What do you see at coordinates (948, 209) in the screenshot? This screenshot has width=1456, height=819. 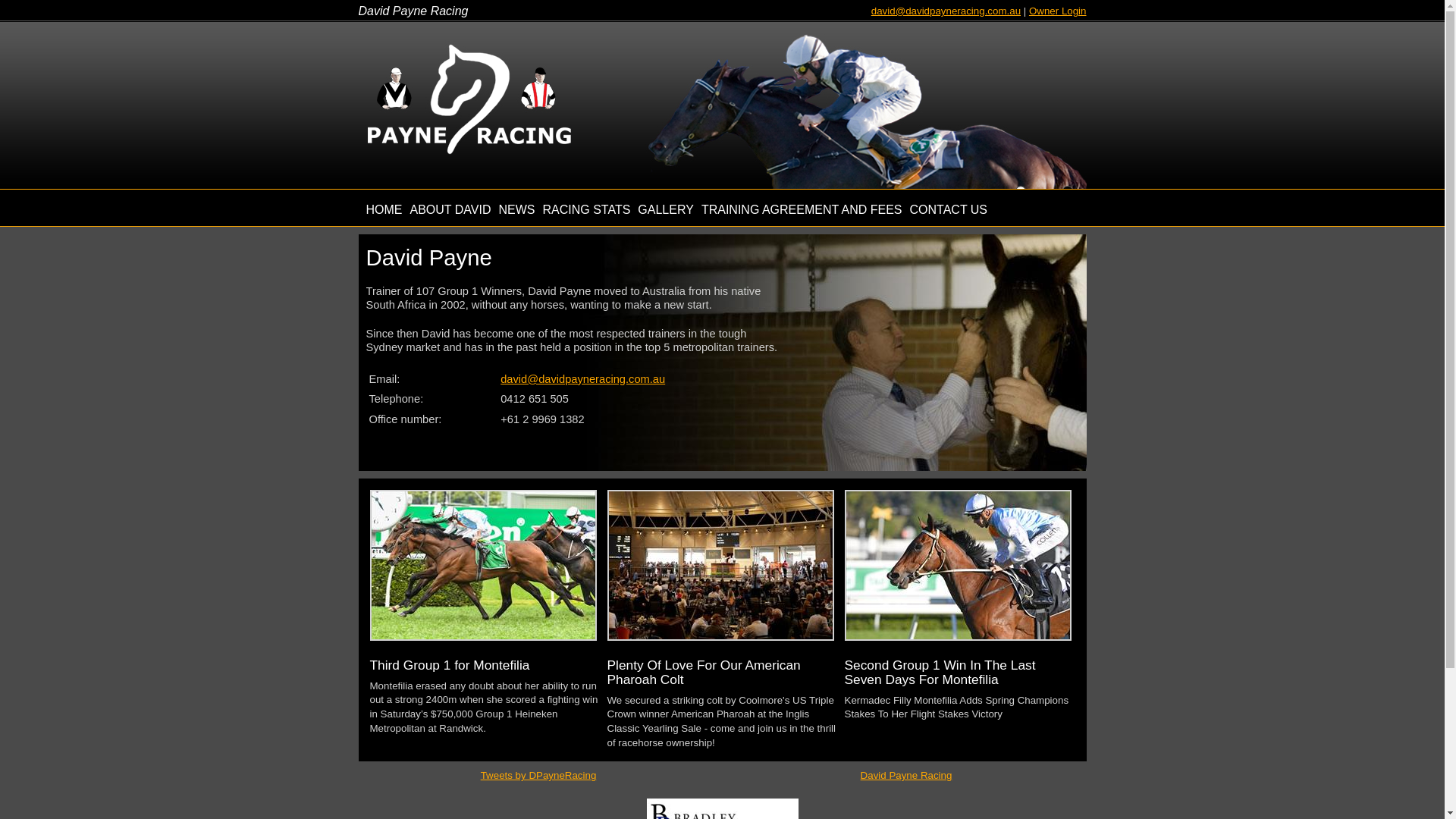 I see `'CONTACT US'` at bounding box center [948, 209].